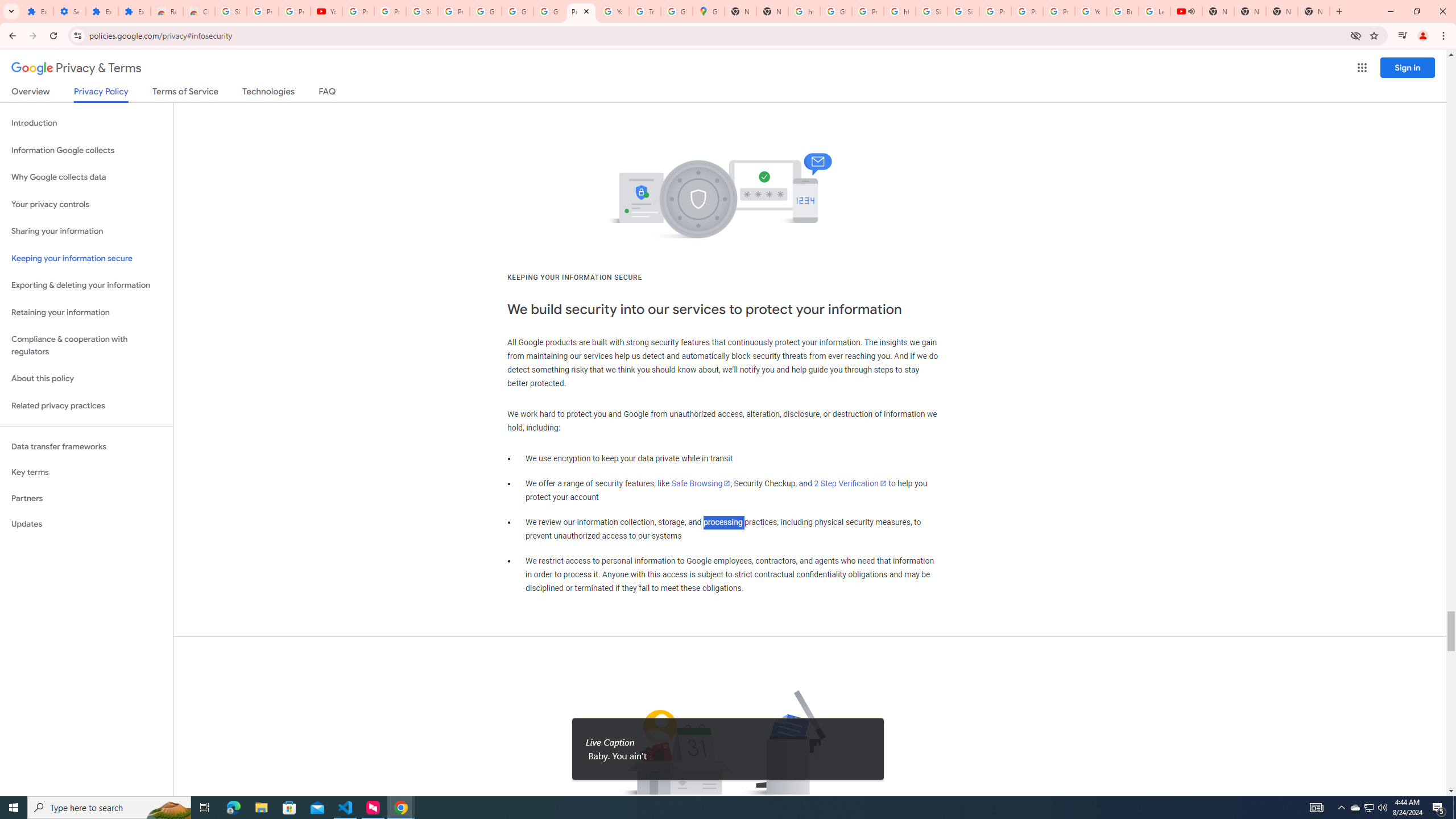 The image size is (1456, 819). I want to click on 'New Tab', so click(1282, 11).